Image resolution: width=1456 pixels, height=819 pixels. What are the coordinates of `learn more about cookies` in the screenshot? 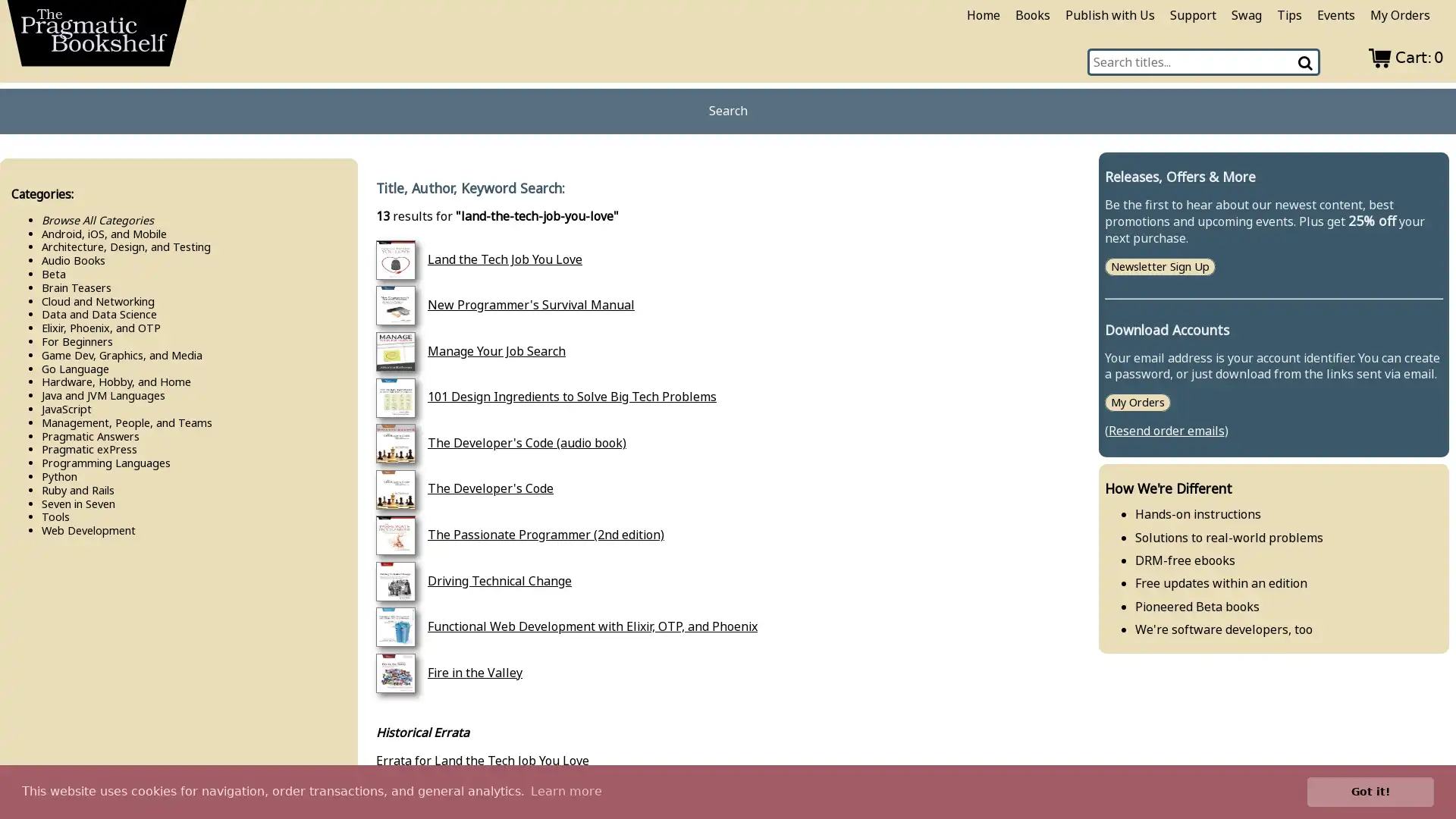 It's located at (565, 791).